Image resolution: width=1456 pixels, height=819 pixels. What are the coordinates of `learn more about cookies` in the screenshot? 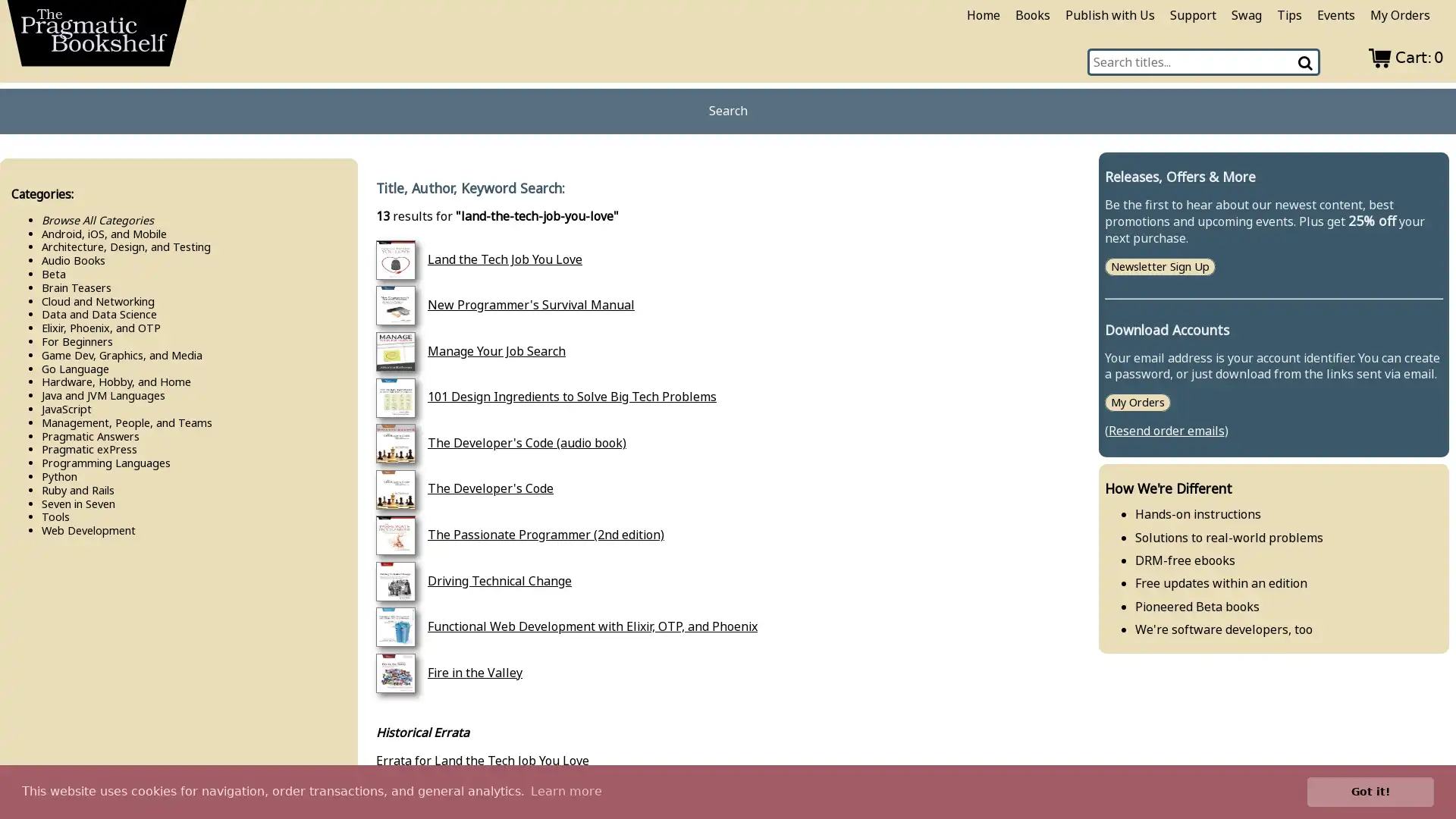 It's located at (565, 791).